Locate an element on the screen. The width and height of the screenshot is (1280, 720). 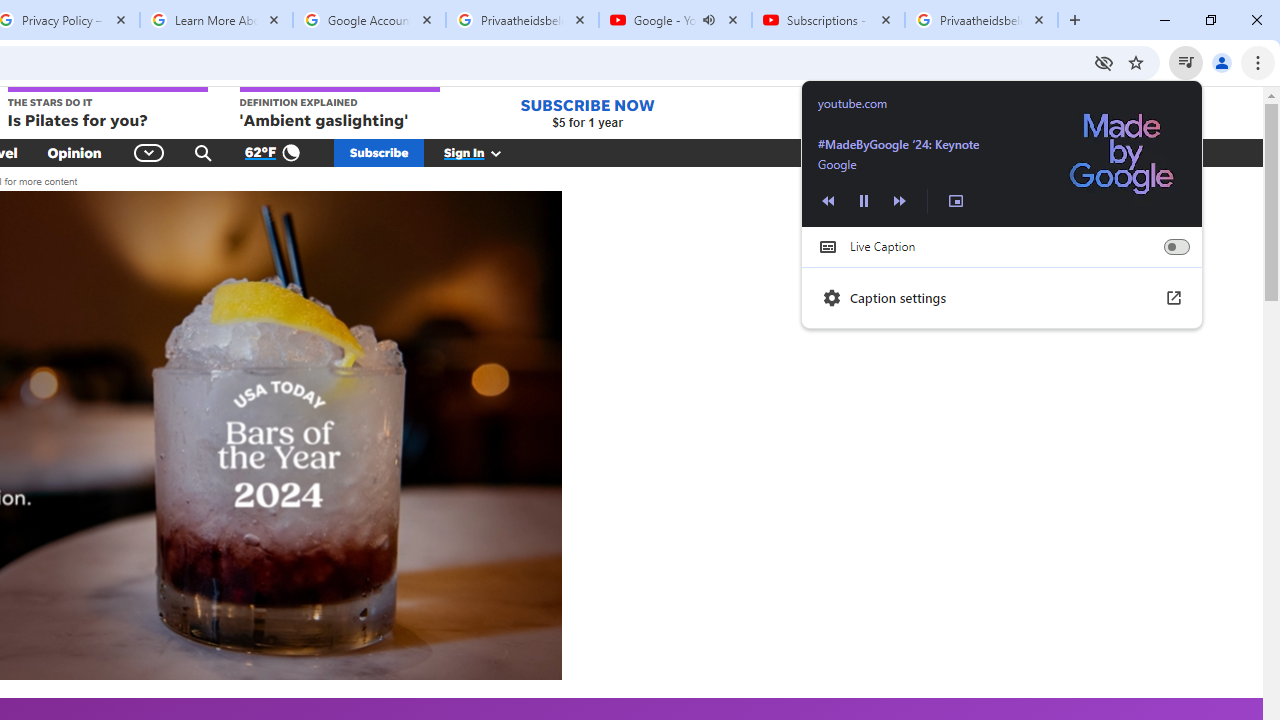
'DEFINITION EXPLAINED ' is located at coordinates (339, 109).